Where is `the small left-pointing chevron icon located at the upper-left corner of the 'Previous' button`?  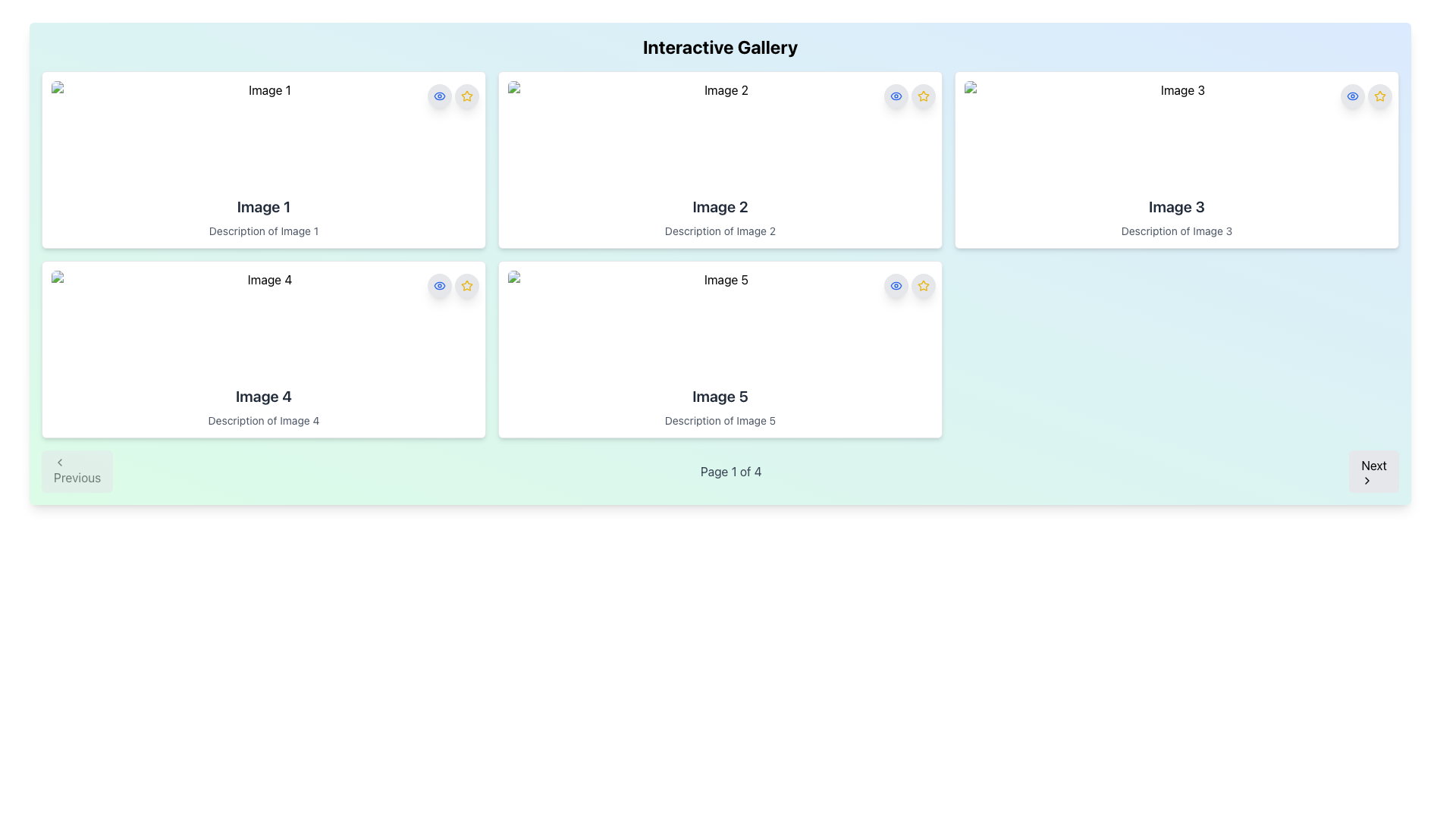
the small left-pointing chevron icon located at the upper-left corner of the 'Previous' button is located at coordinates (59, 461).